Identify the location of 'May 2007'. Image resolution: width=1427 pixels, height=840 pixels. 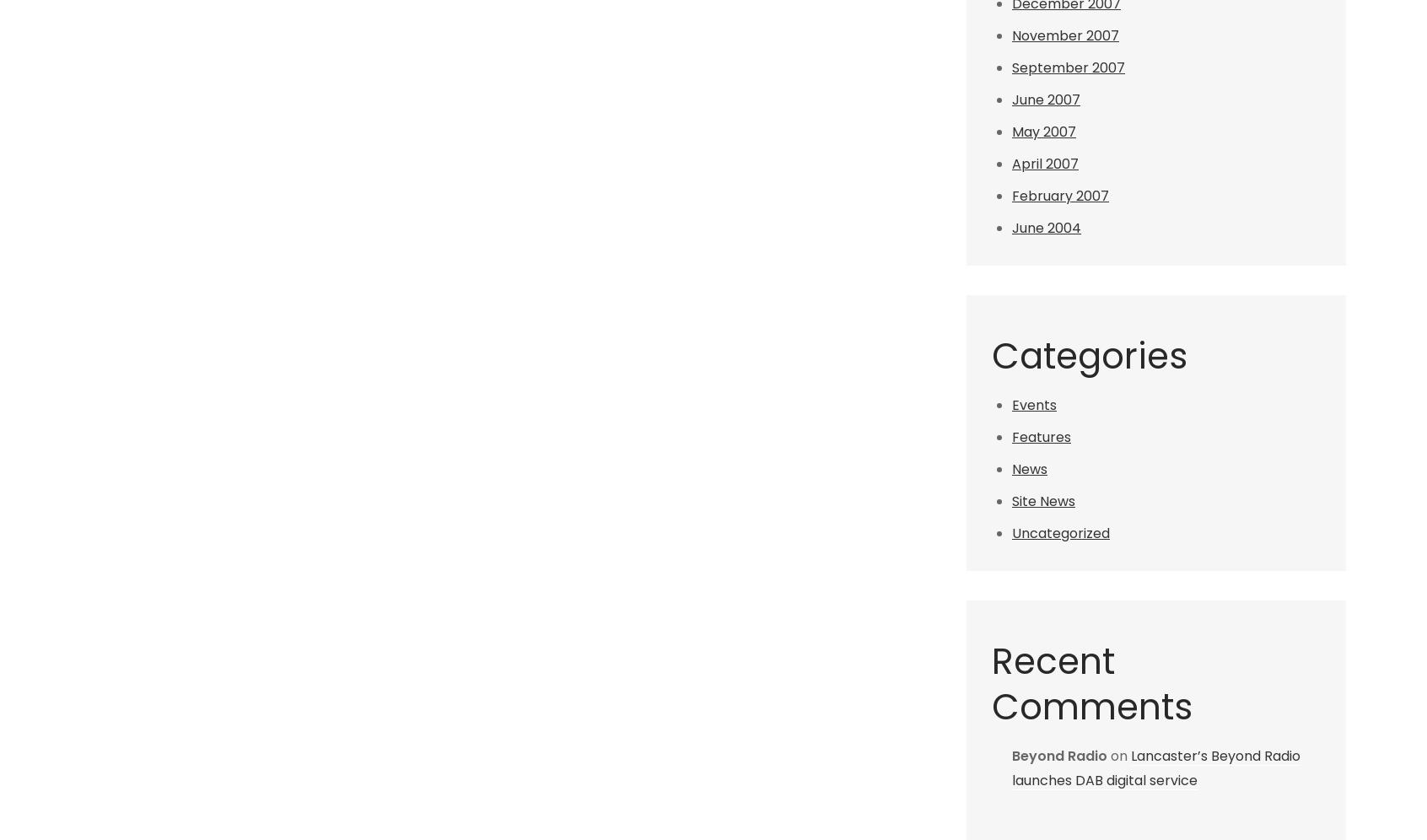
(1044, 131).